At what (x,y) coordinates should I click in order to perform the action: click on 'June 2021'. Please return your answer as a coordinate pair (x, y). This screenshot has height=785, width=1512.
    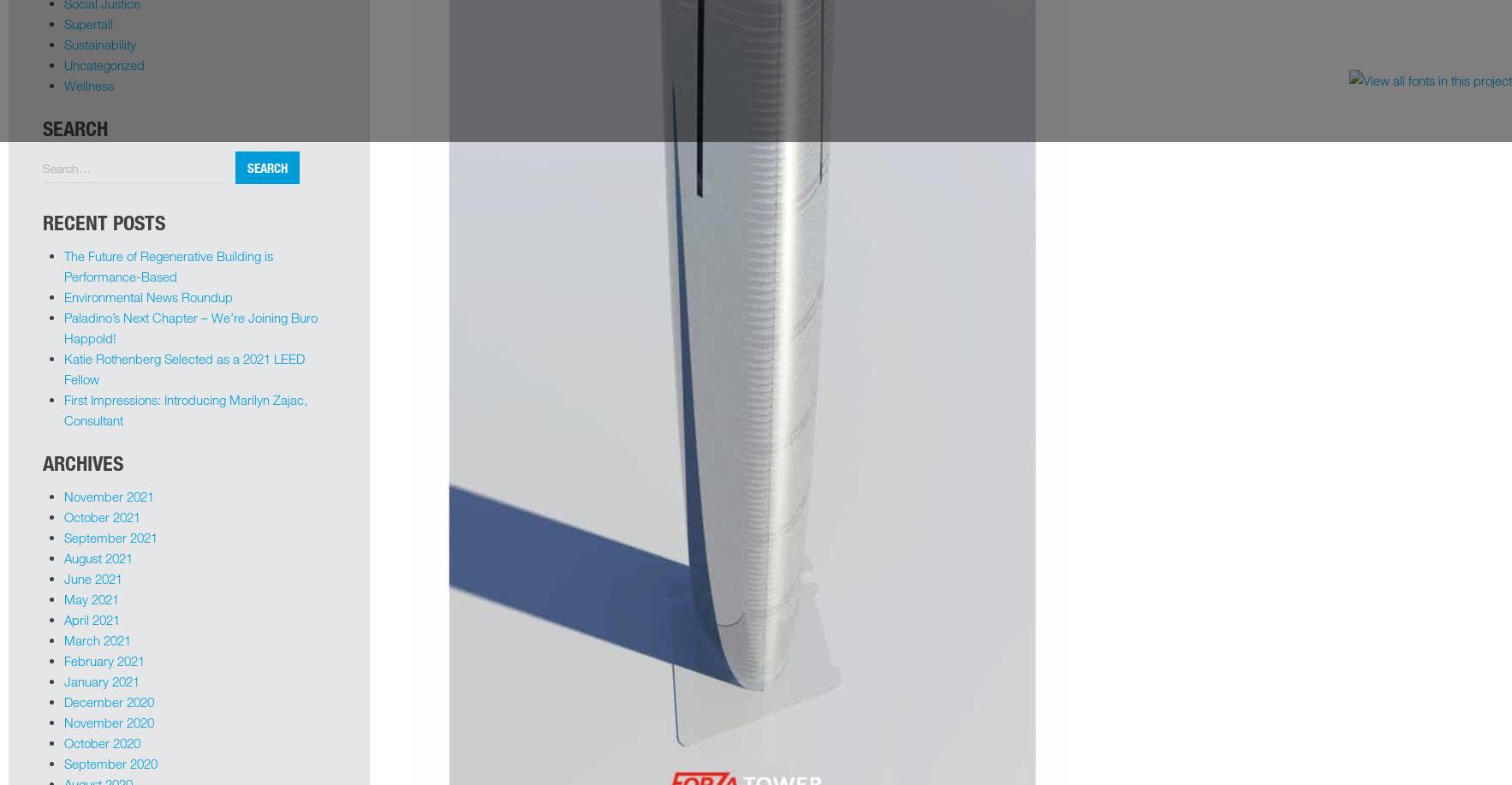
    Looking at the image, I should click on (92, 578).